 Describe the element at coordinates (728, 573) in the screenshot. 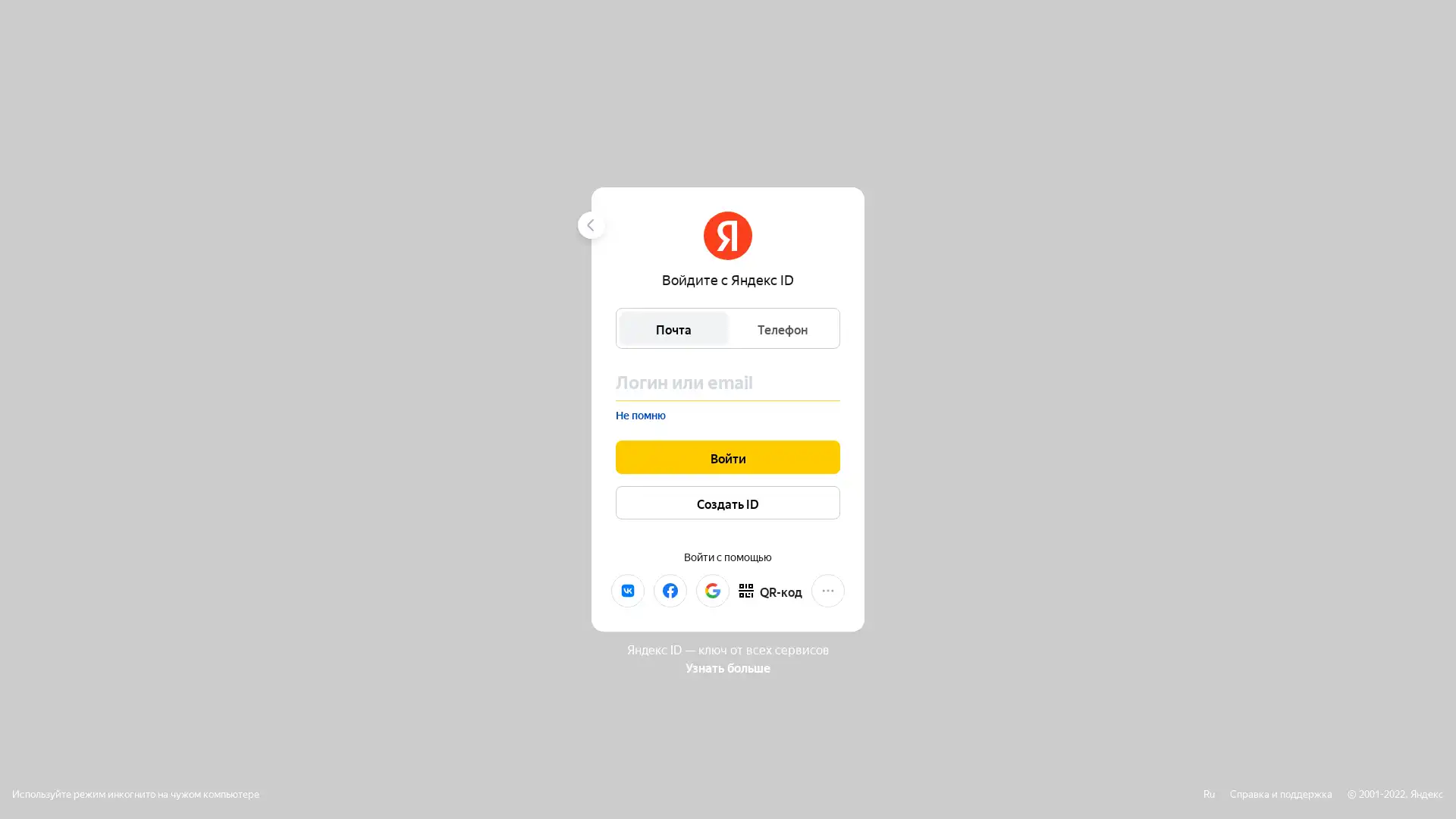

I see `Twitter` at that location.